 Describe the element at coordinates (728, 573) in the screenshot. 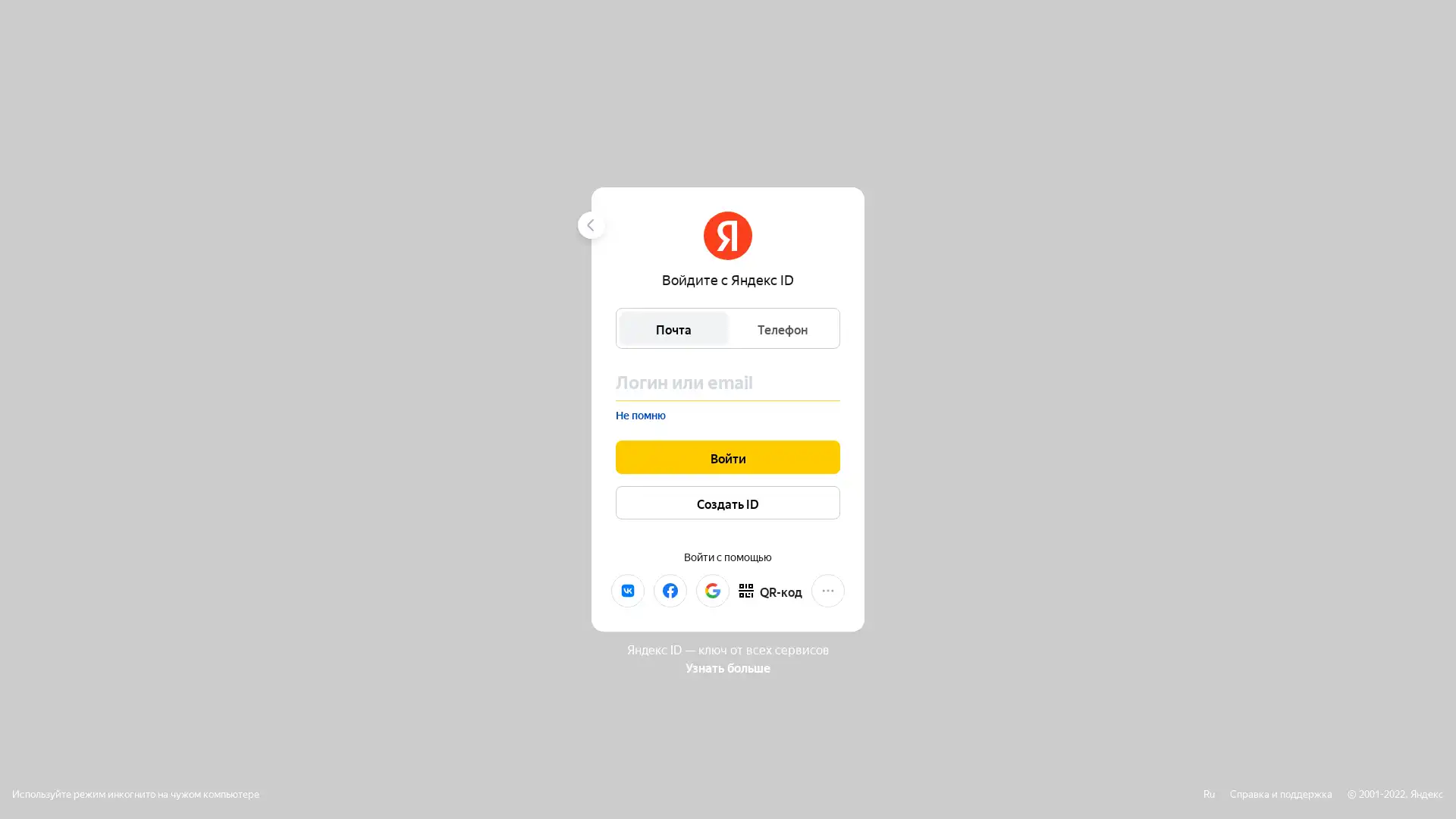

I see `Twitter` at that location.